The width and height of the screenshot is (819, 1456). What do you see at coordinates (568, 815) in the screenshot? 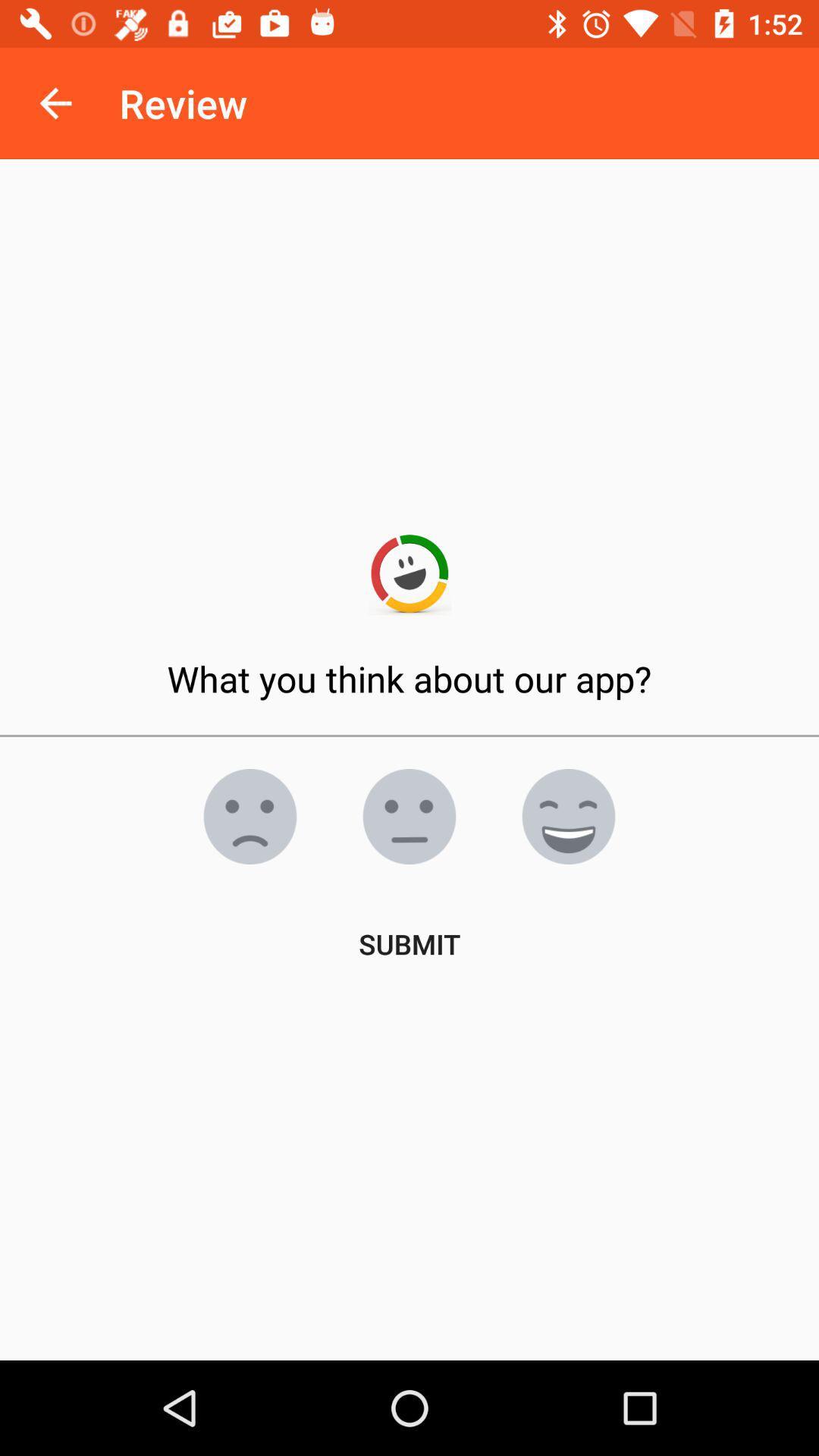
I see `the item on the right` at bounding box center [568, 815].